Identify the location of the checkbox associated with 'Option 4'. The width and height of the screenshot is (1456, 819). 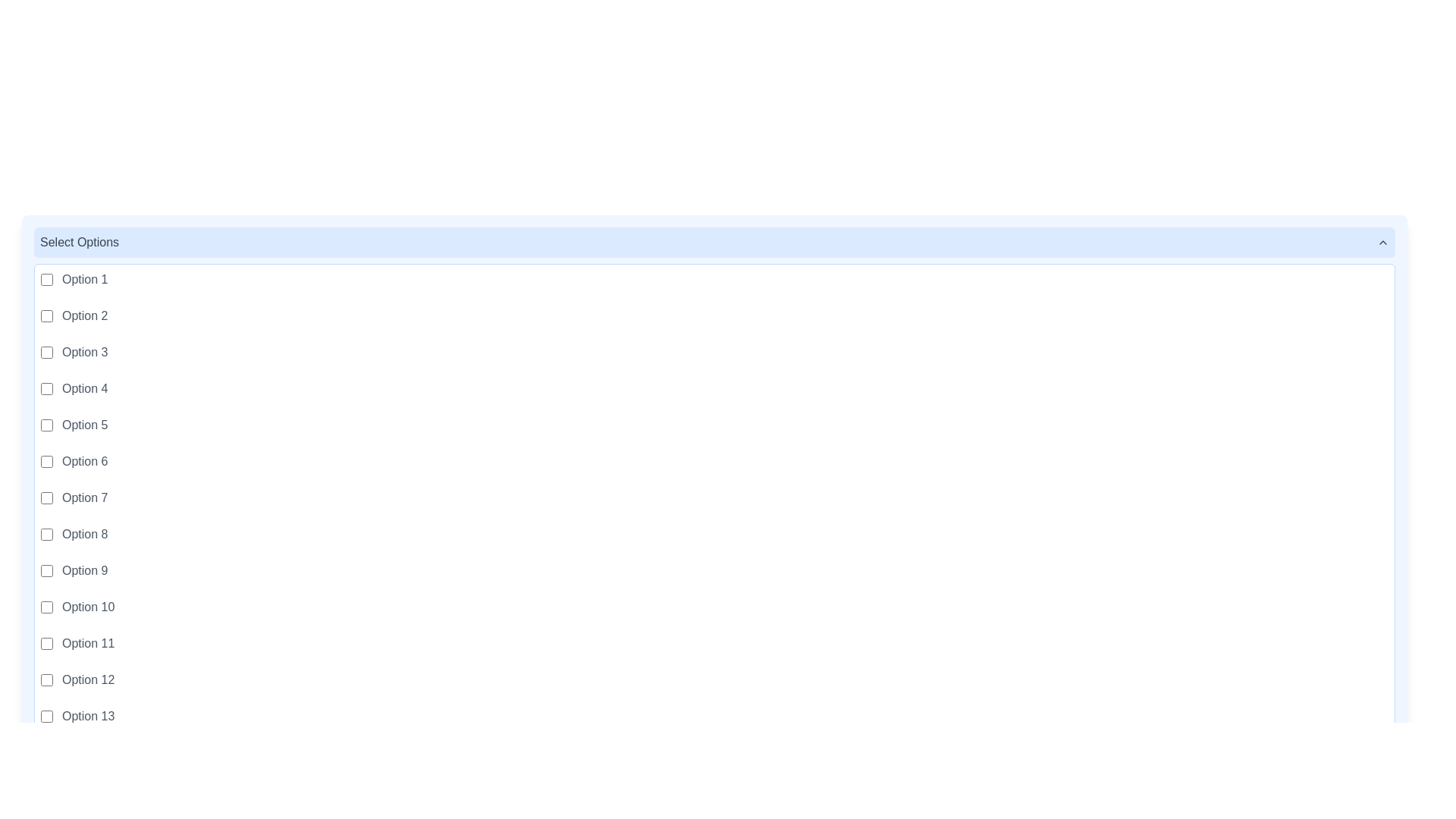
(47, 388).